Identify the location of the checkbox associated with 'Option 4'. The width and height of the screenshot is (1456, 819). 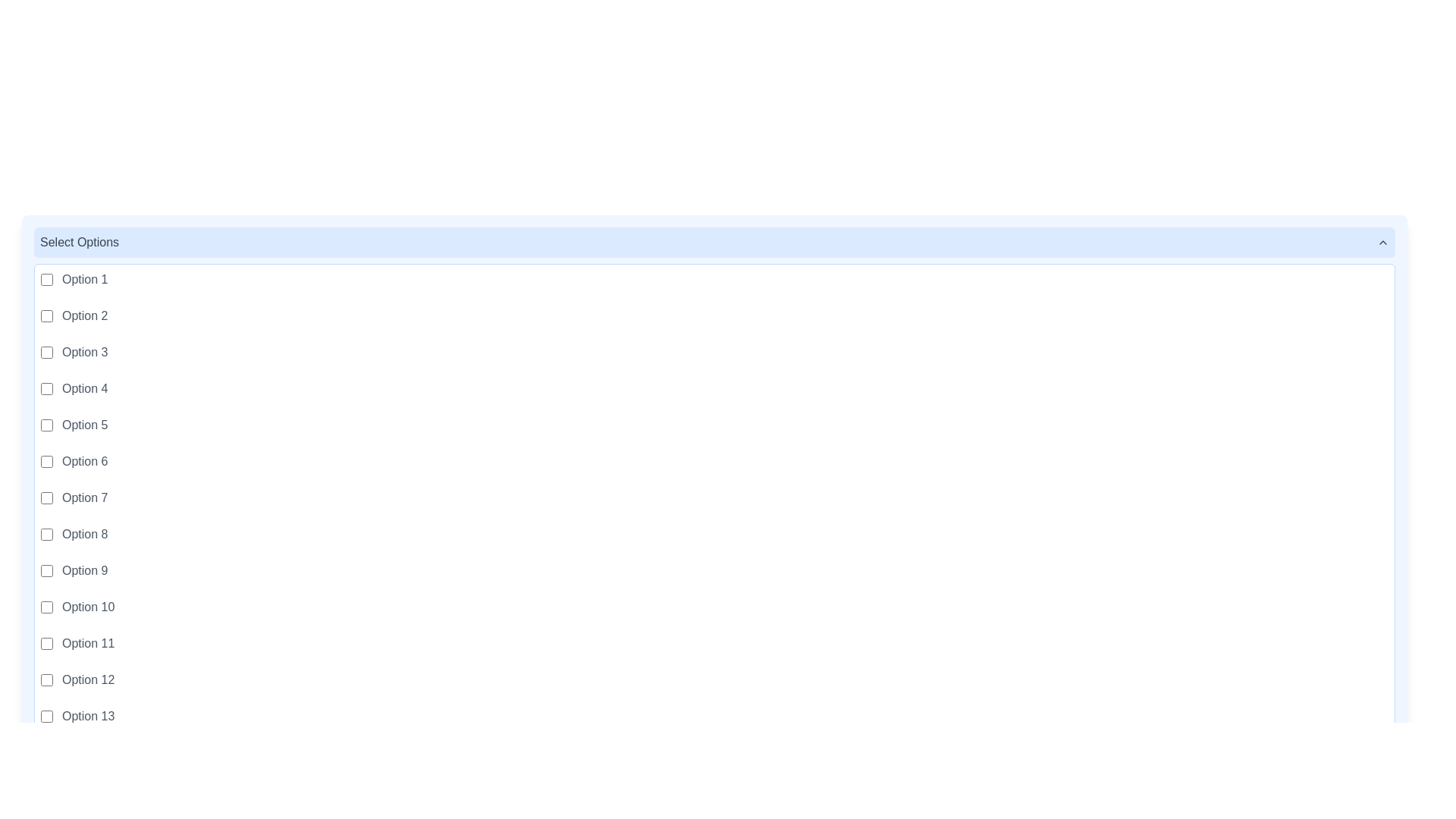
(47, 388).